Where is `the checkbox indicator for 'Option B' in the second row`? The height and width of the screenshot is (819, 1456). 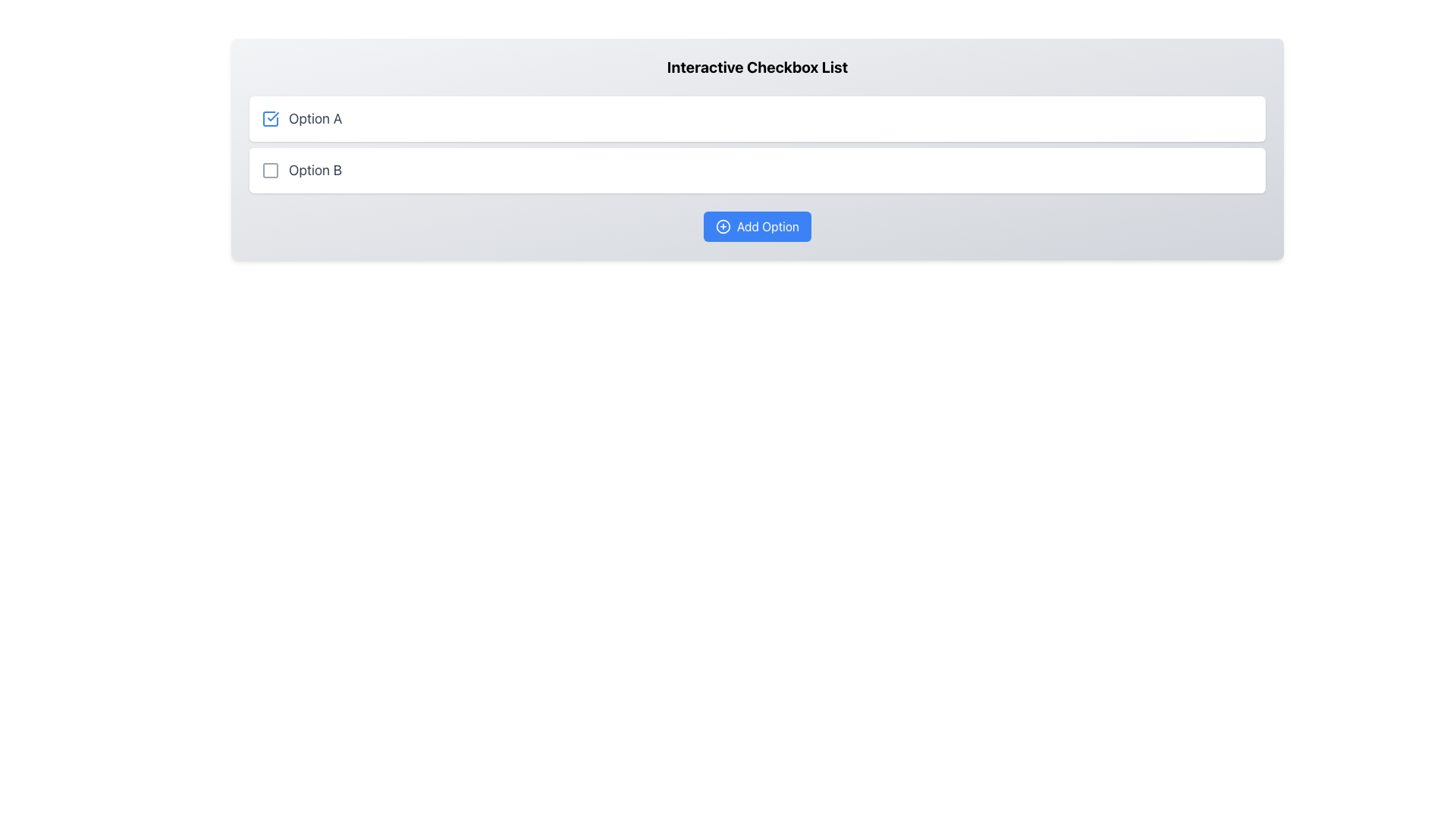 the checkbox indicator for 'Option B' in the second row is located at coordinates (270, 170).